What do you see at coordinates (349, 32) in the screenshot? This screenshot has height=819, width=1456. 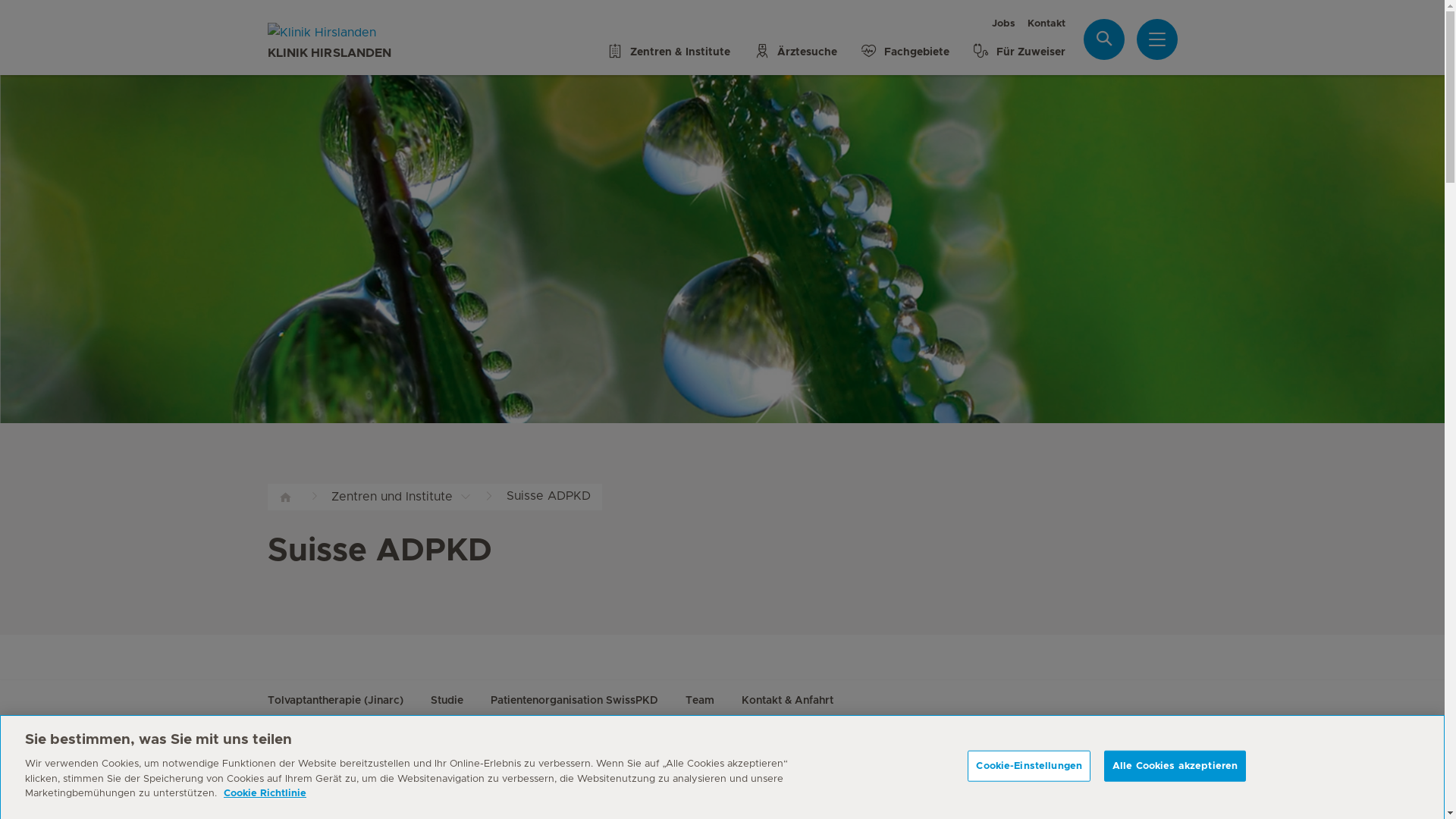 I see `'Klinik Hirslanden'` at bounding box center [349, 32].